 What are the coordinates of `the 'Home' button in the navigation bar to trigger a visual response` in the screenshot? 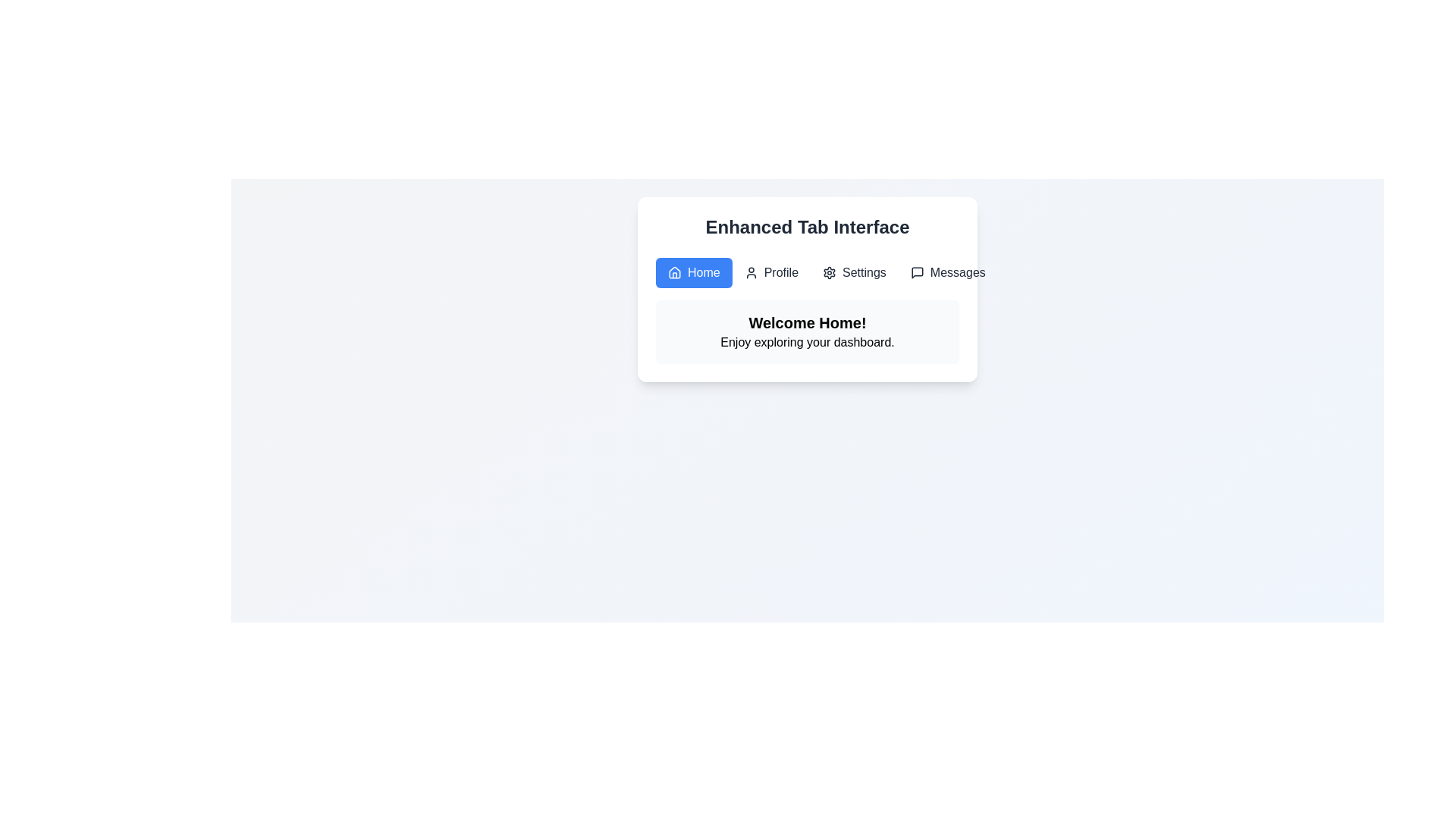 It's located at (703, 271).